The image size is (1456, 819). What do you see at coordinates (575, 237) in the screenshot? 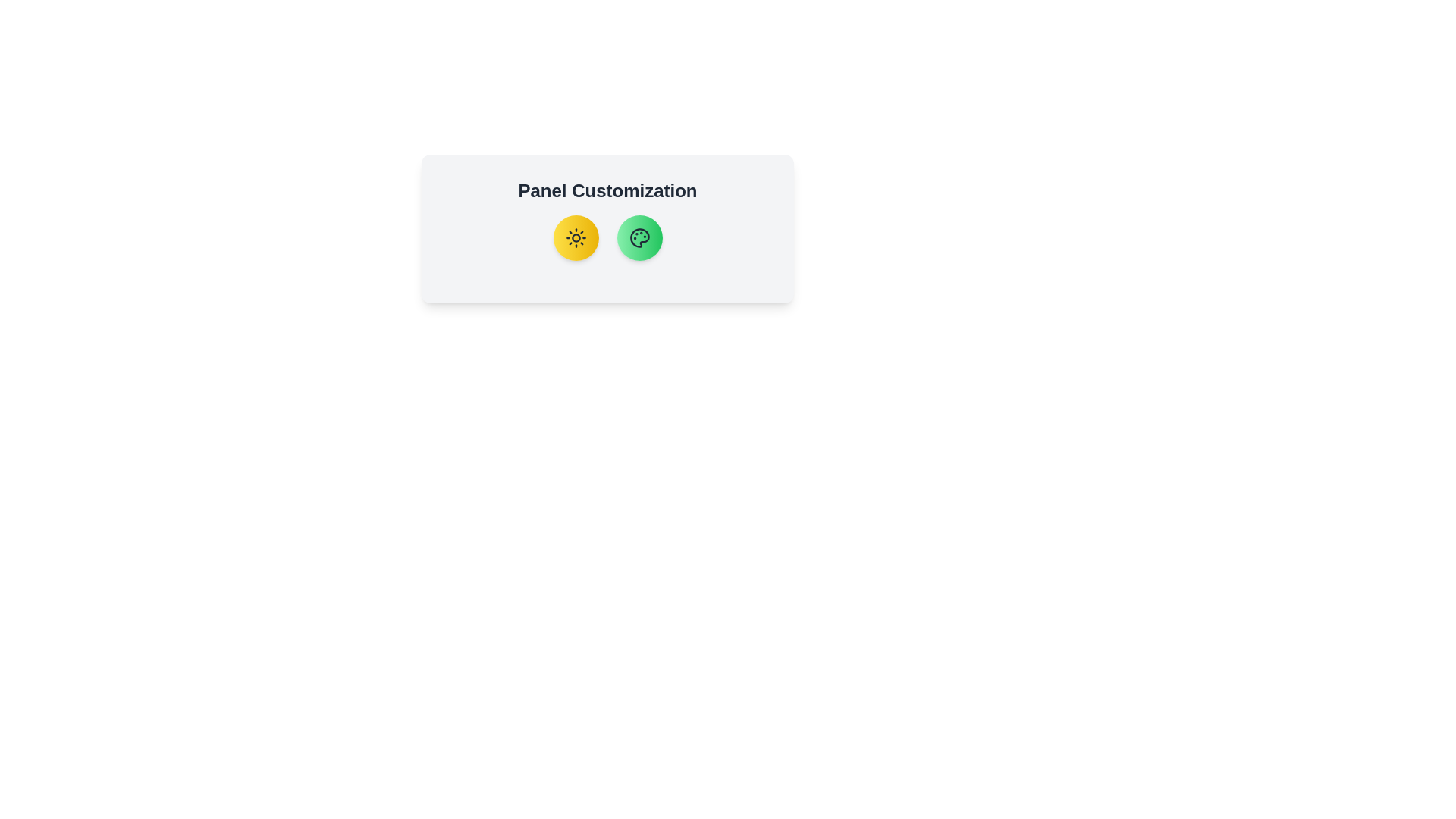
I see `the sun-shaped icon button with a yellow-orange circular gradient background` at bounding box center [575, 237].